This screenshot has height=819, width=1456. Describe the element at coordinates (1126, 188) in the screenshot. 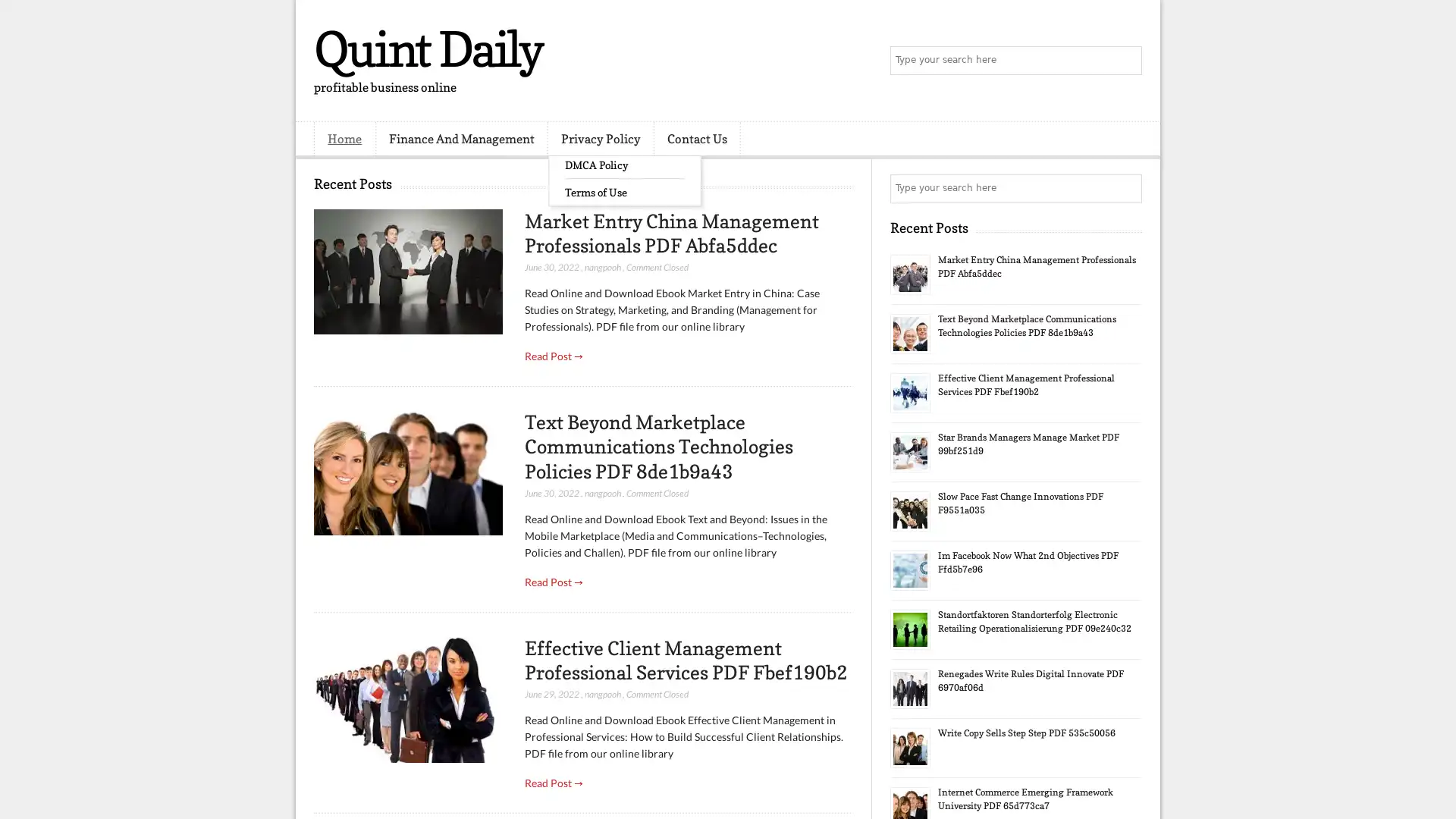

I see `Search` at that location.